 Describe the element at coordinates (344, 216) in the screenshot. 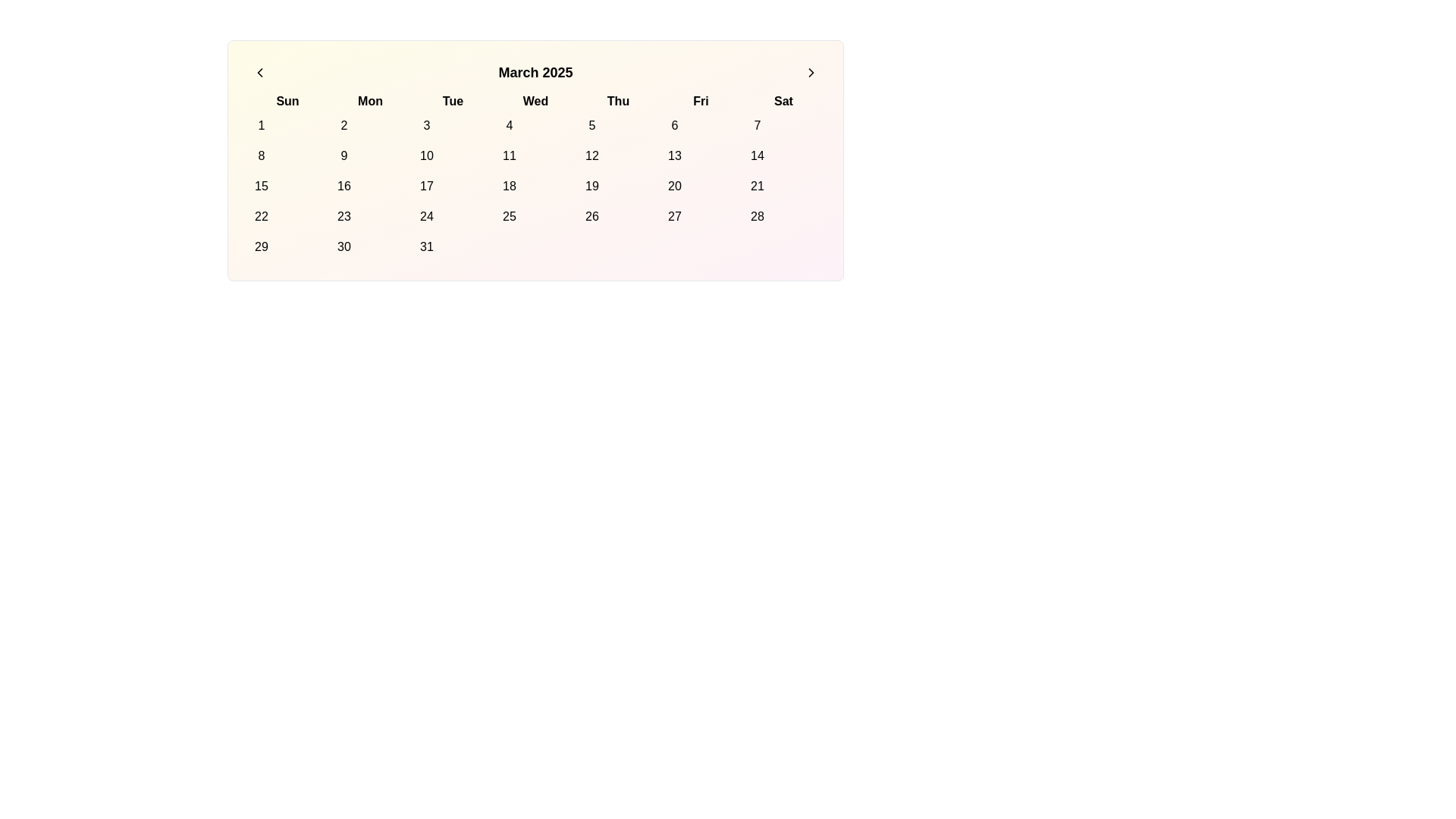

I see `the rounded button displaying the number '23' in the calendar grid` at that location.